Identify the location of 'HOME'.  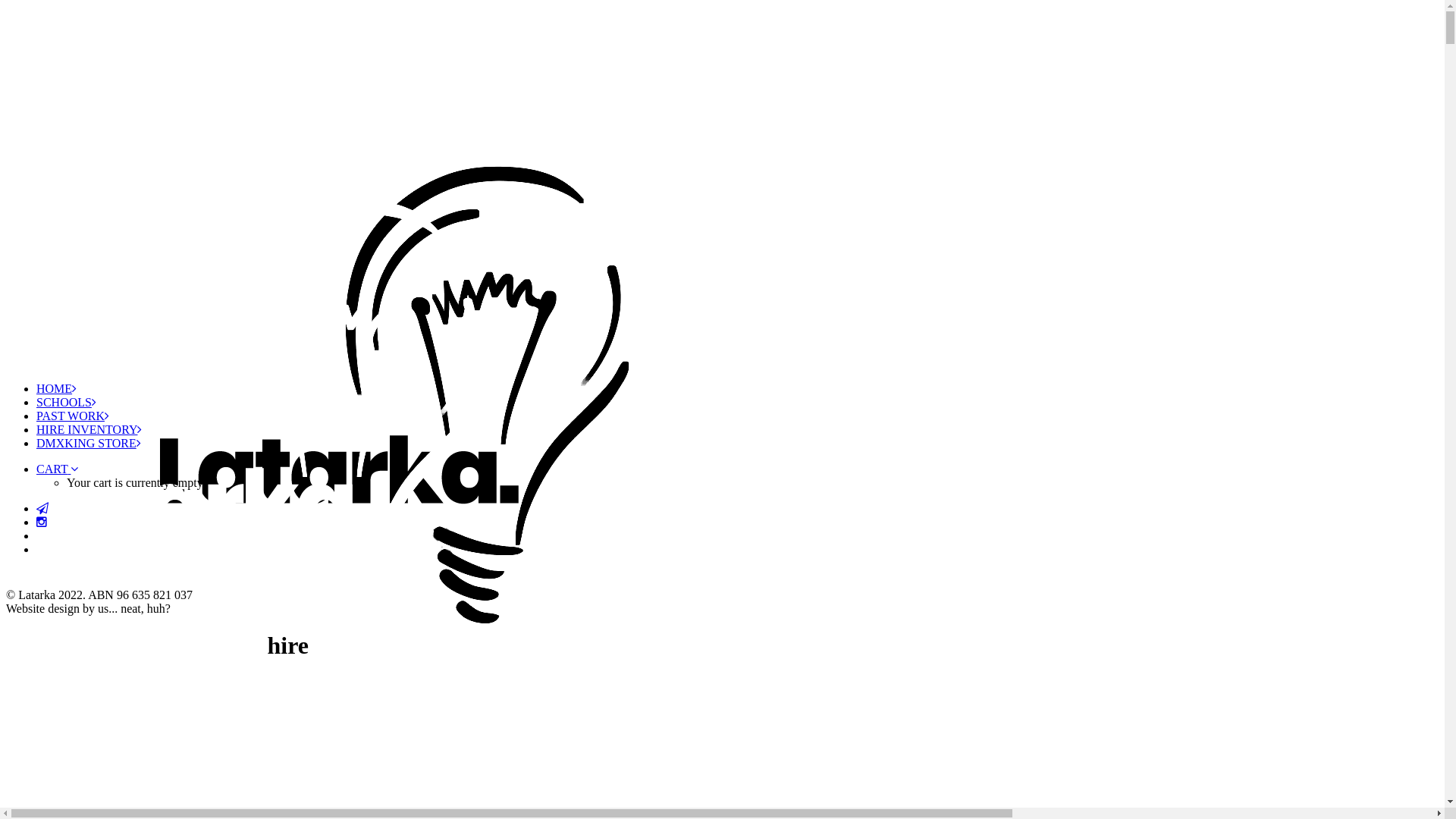
(56, 388).